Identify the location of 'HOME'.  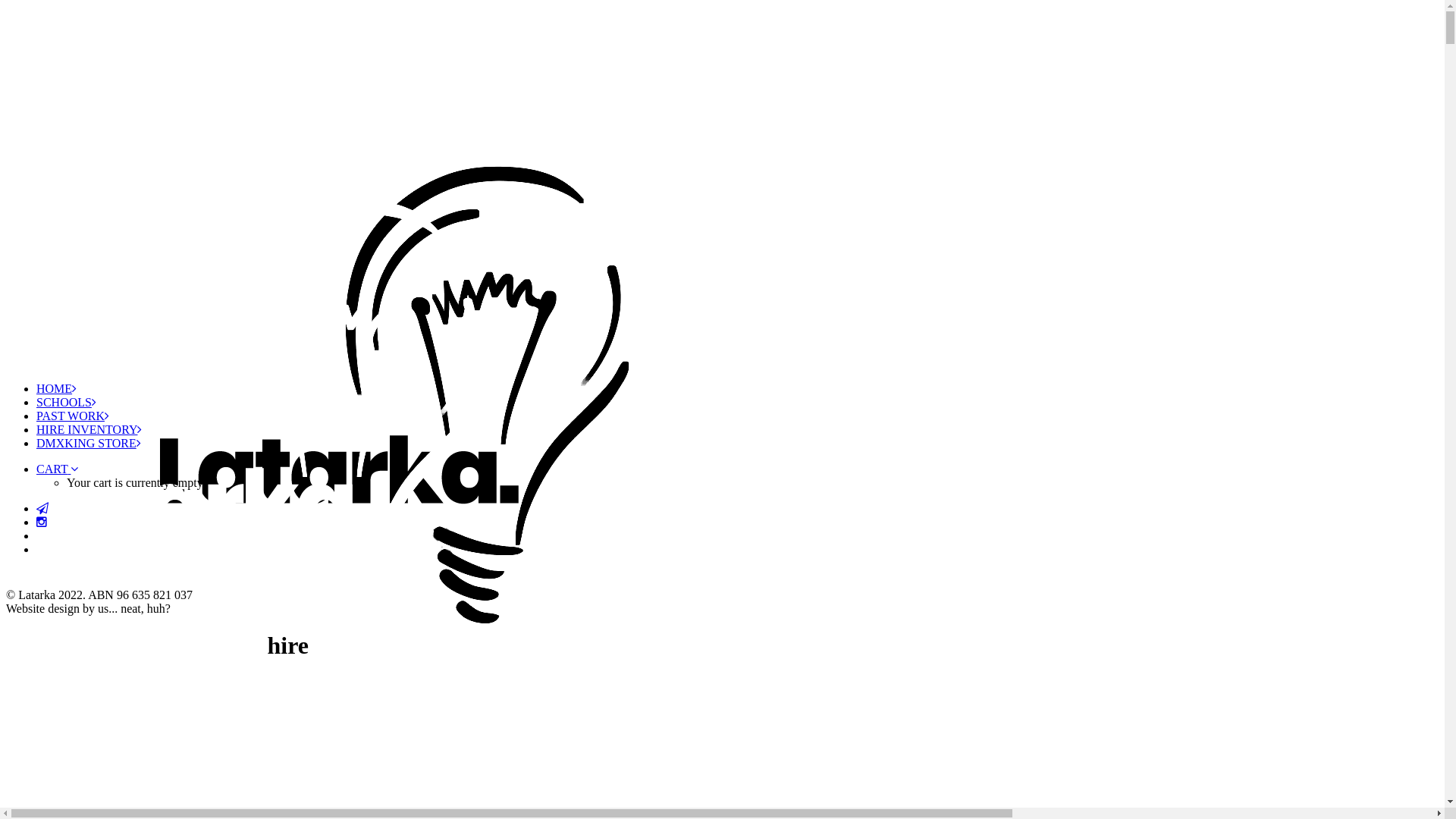
(56, 388).